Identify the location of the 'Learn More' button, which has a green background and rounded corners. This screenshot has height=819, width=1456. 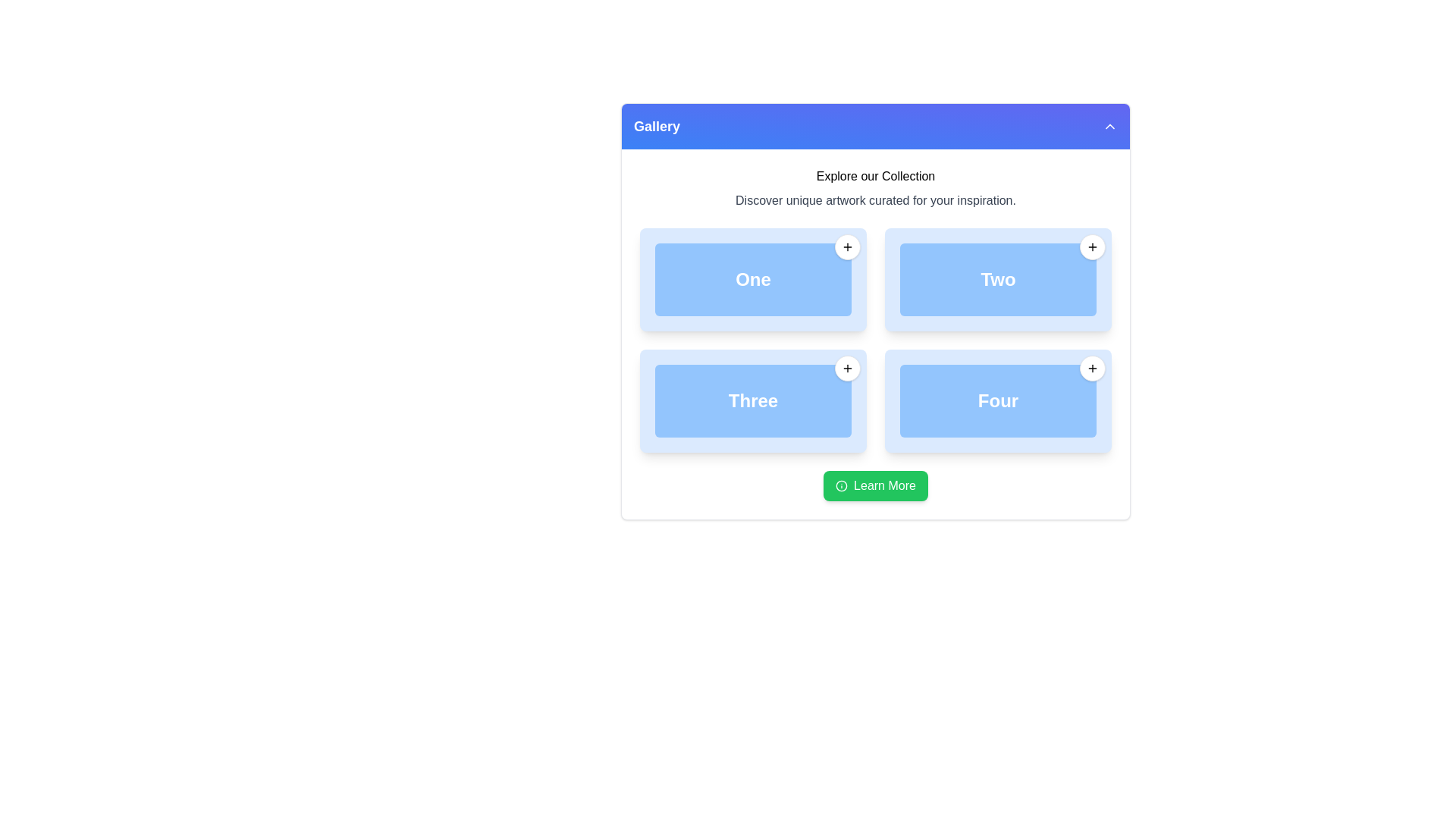
(876, 485).